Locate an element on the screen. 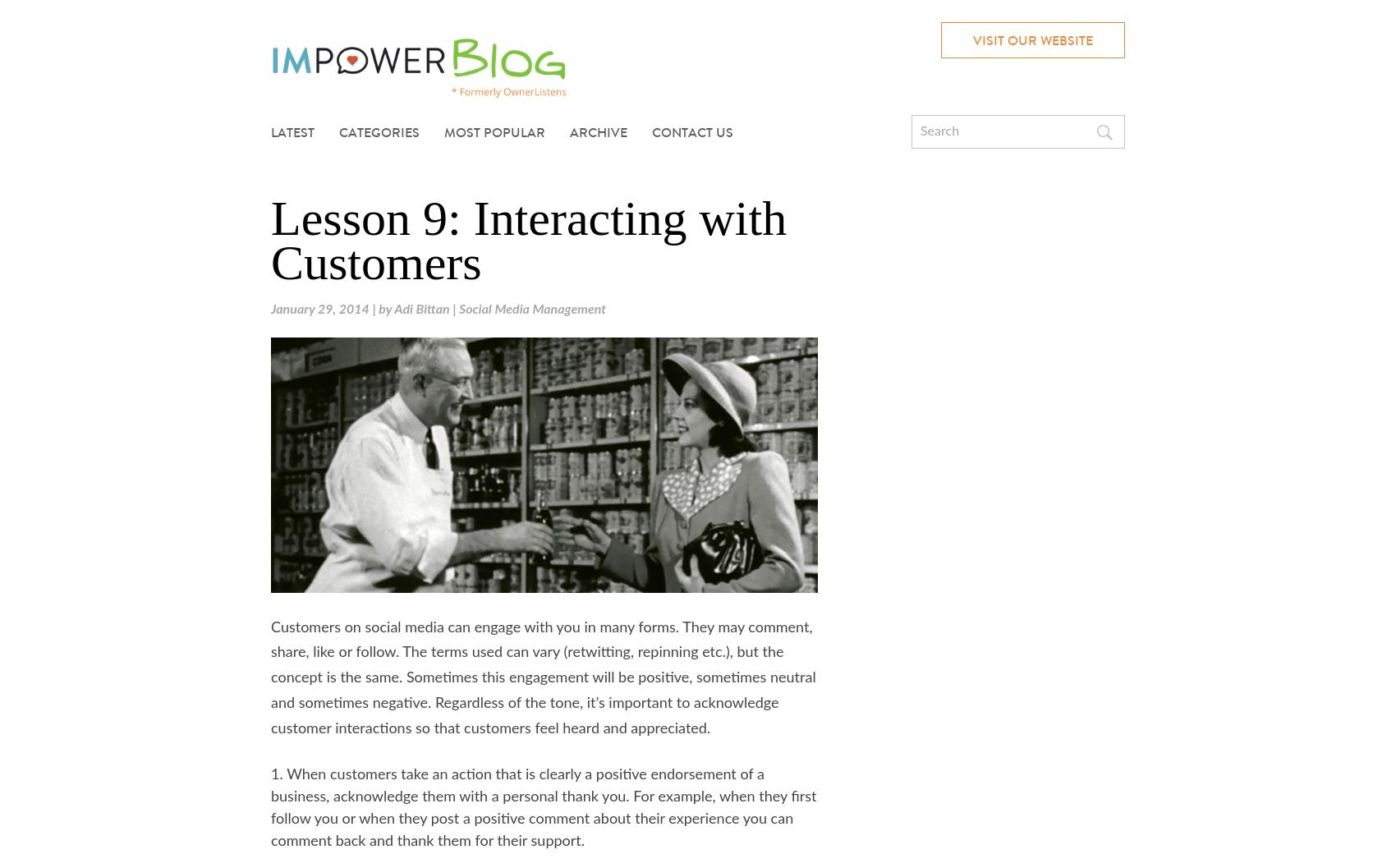 The image size is (1396, 868). 'No one likes to be left hanging on hold' is located at coordinates (559, 178).